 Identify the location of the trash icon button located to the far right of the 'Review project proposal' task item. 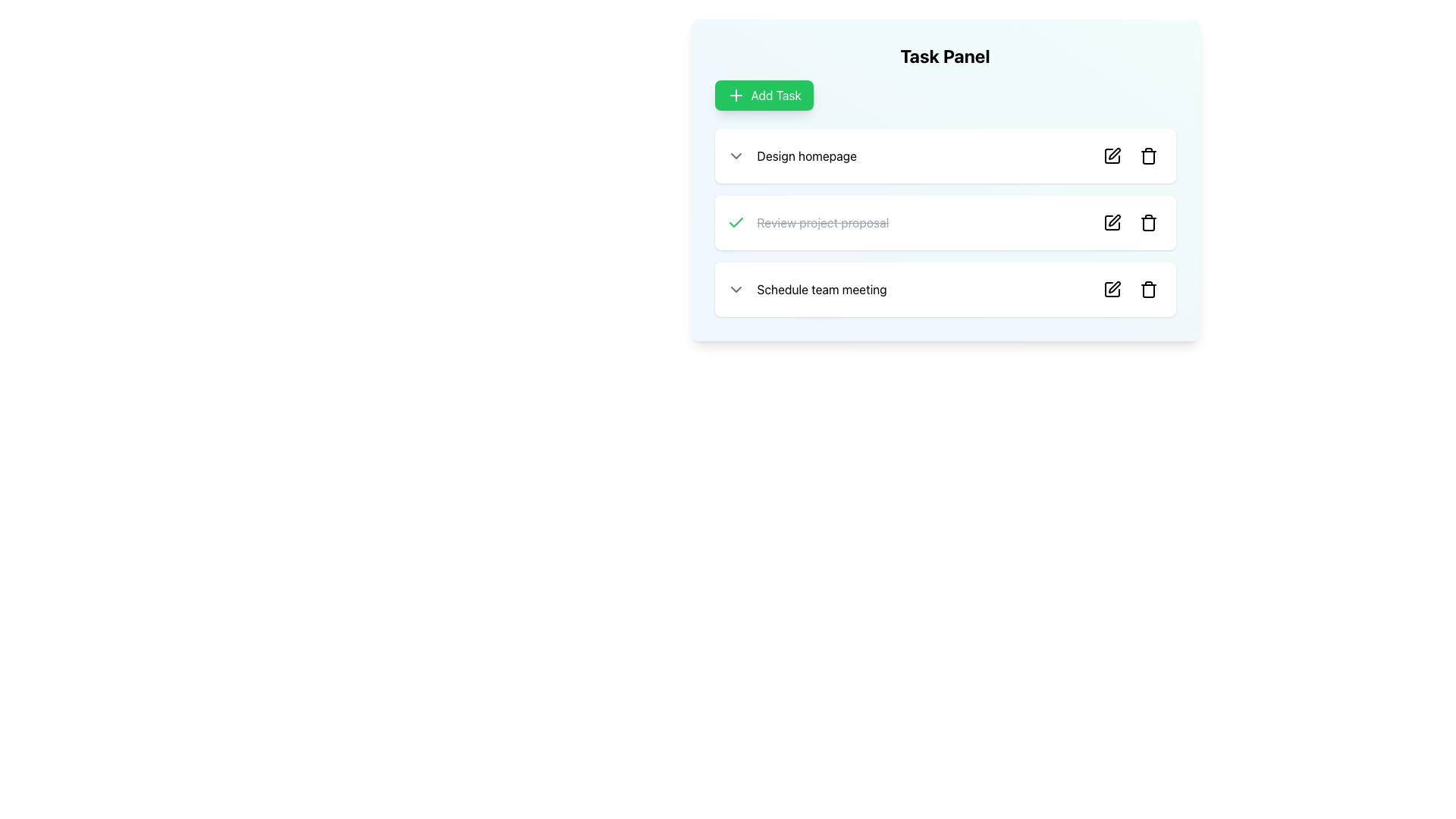
(1148, 222).